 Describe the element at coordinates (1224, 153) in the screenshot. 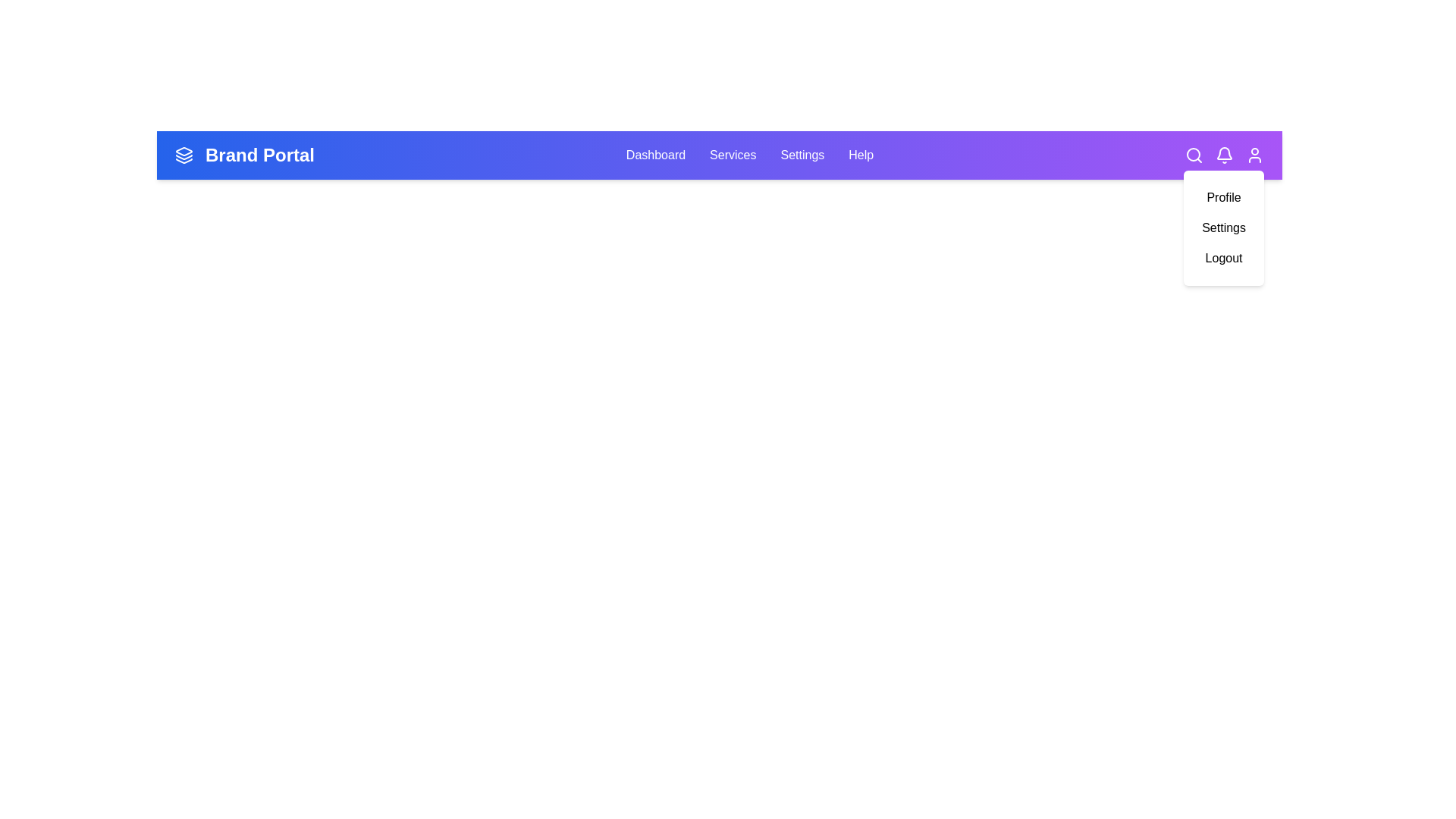

I see `the bell-shaped icon button located in the top-right corner of the navigation bar` at that location.